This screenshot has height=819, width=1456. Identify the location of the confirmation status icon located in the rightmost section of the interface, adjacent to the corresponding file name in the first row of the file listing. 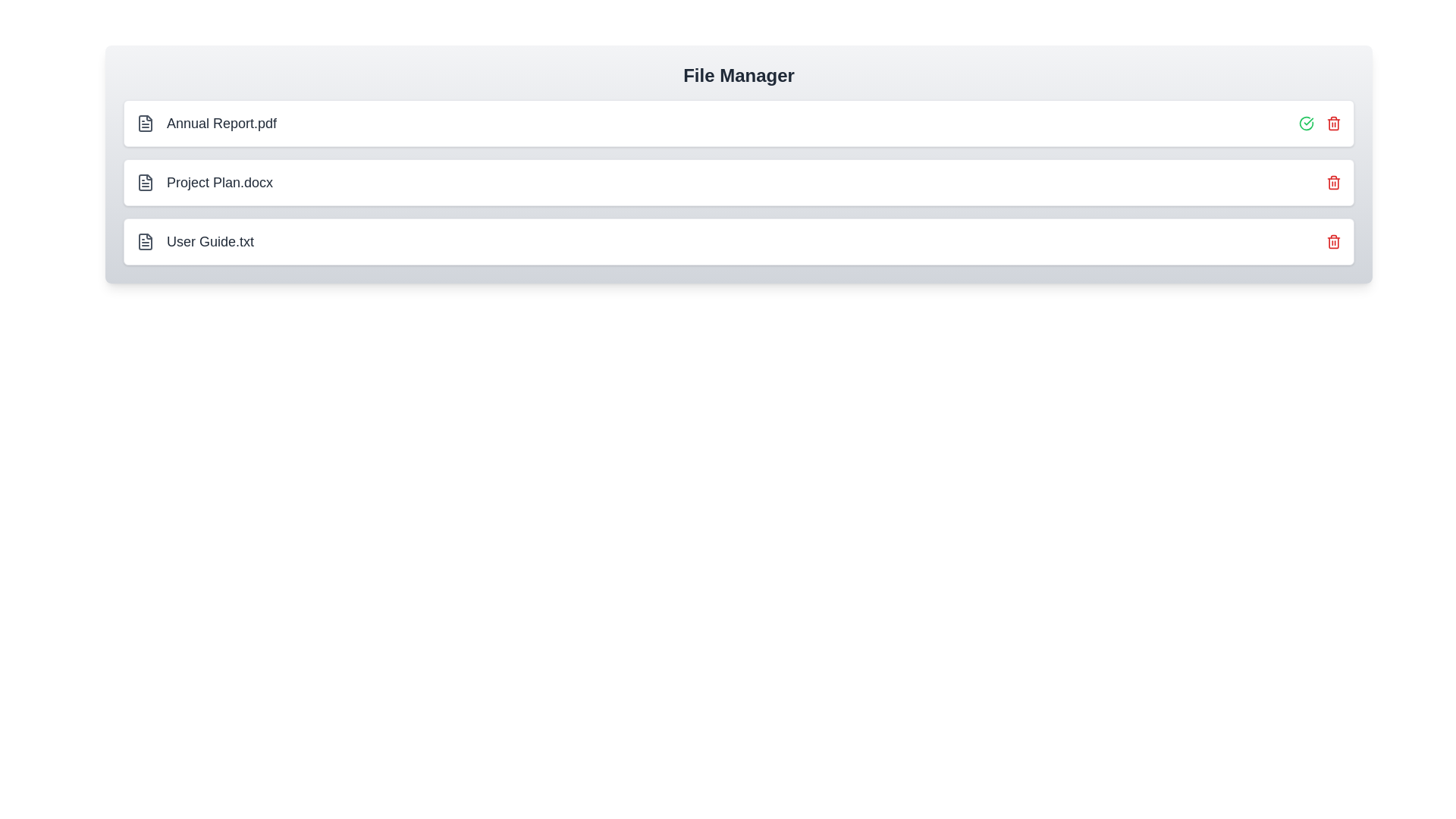
(1306, 122).